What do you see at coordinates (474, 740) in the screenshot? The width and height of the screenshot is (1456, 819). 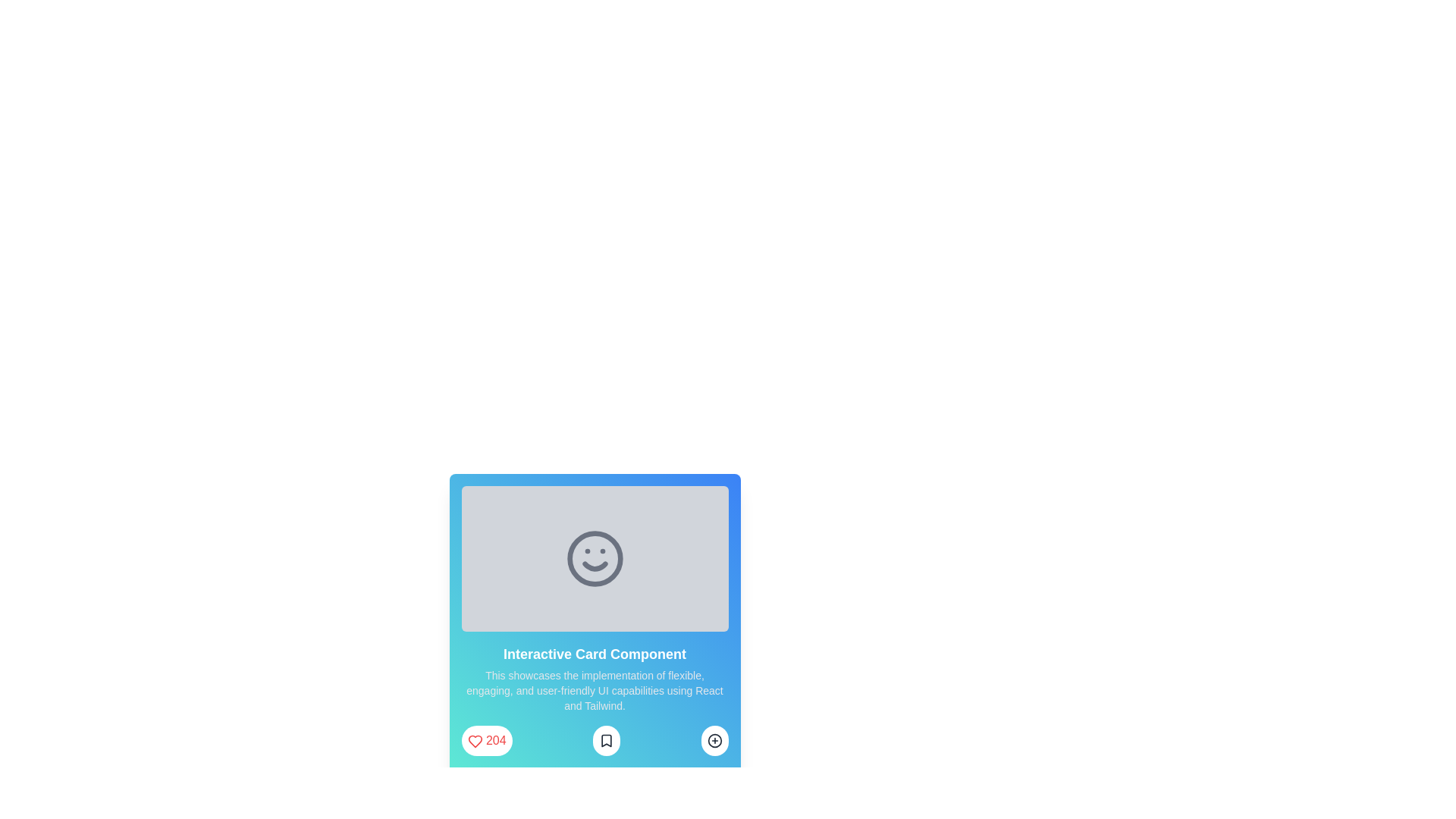 I see `the favorite icon located at the bottom-left corner of the card component, which toggles its state` at bounding box center [474, 740].